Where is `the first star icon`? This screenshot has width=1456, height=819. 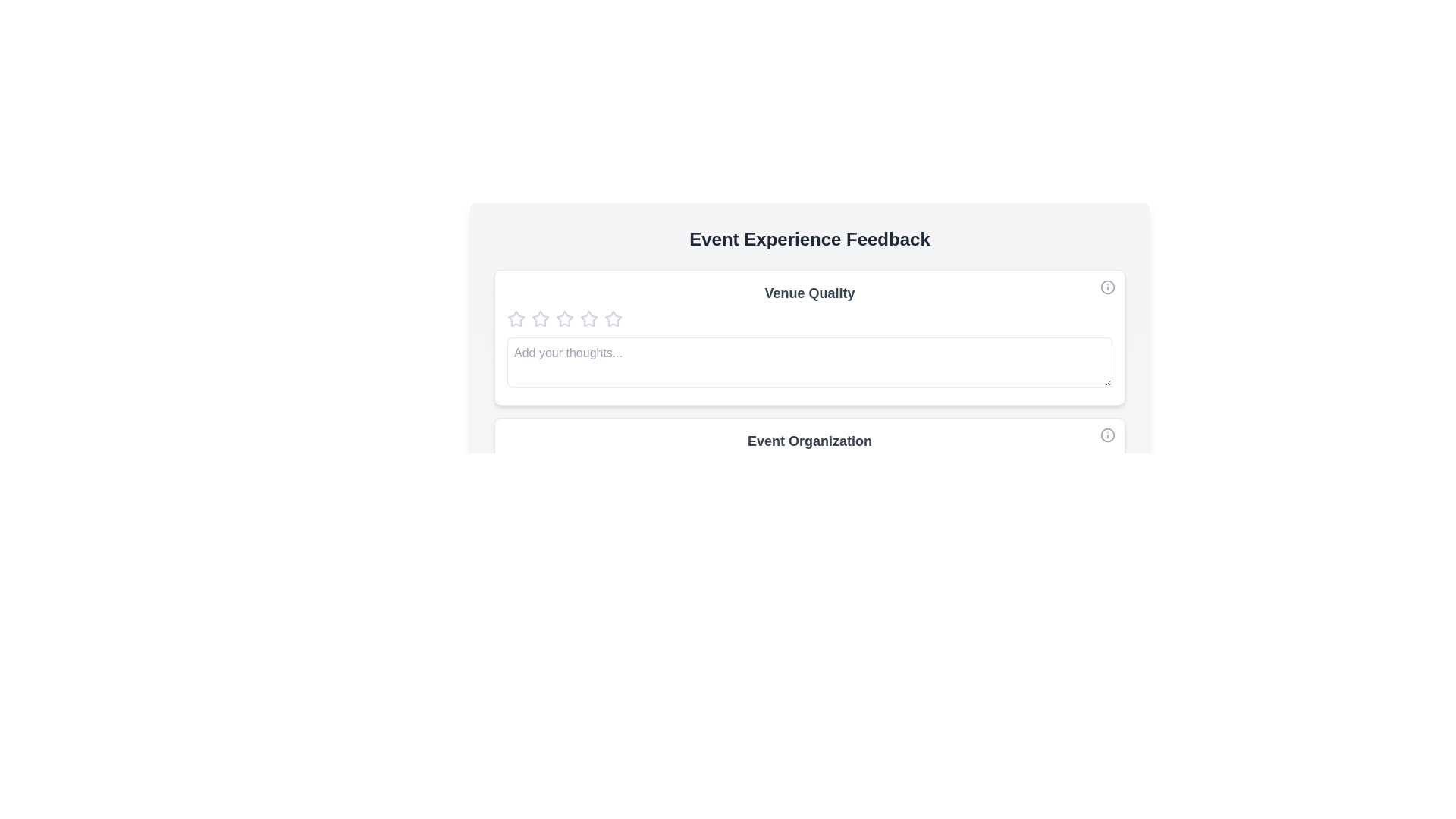 the first star icon is located at coordinates (516, 318).